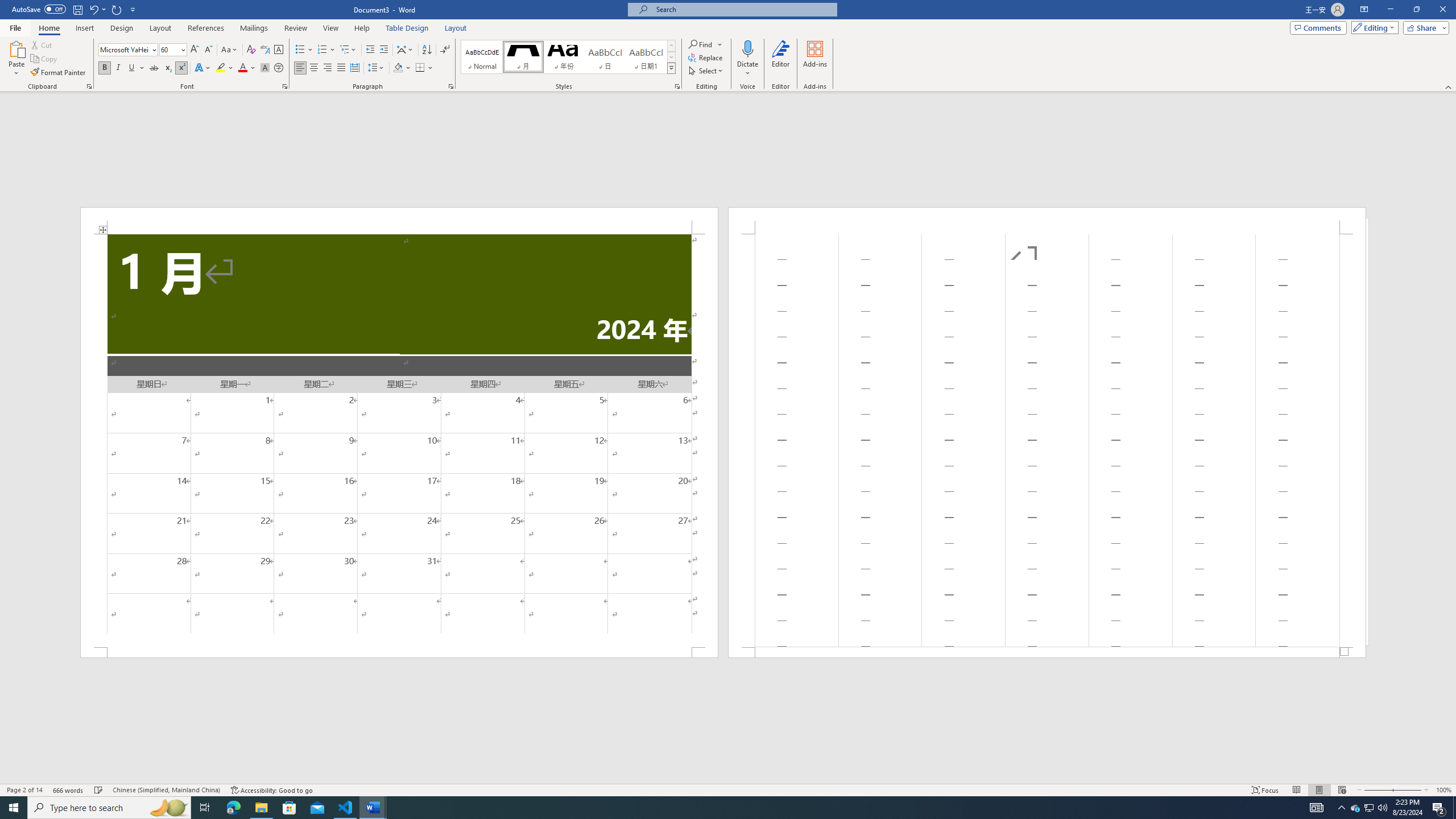  Describe the element at coordinates (136, 67) in the screenshot. I see `'Underline'` at that location.